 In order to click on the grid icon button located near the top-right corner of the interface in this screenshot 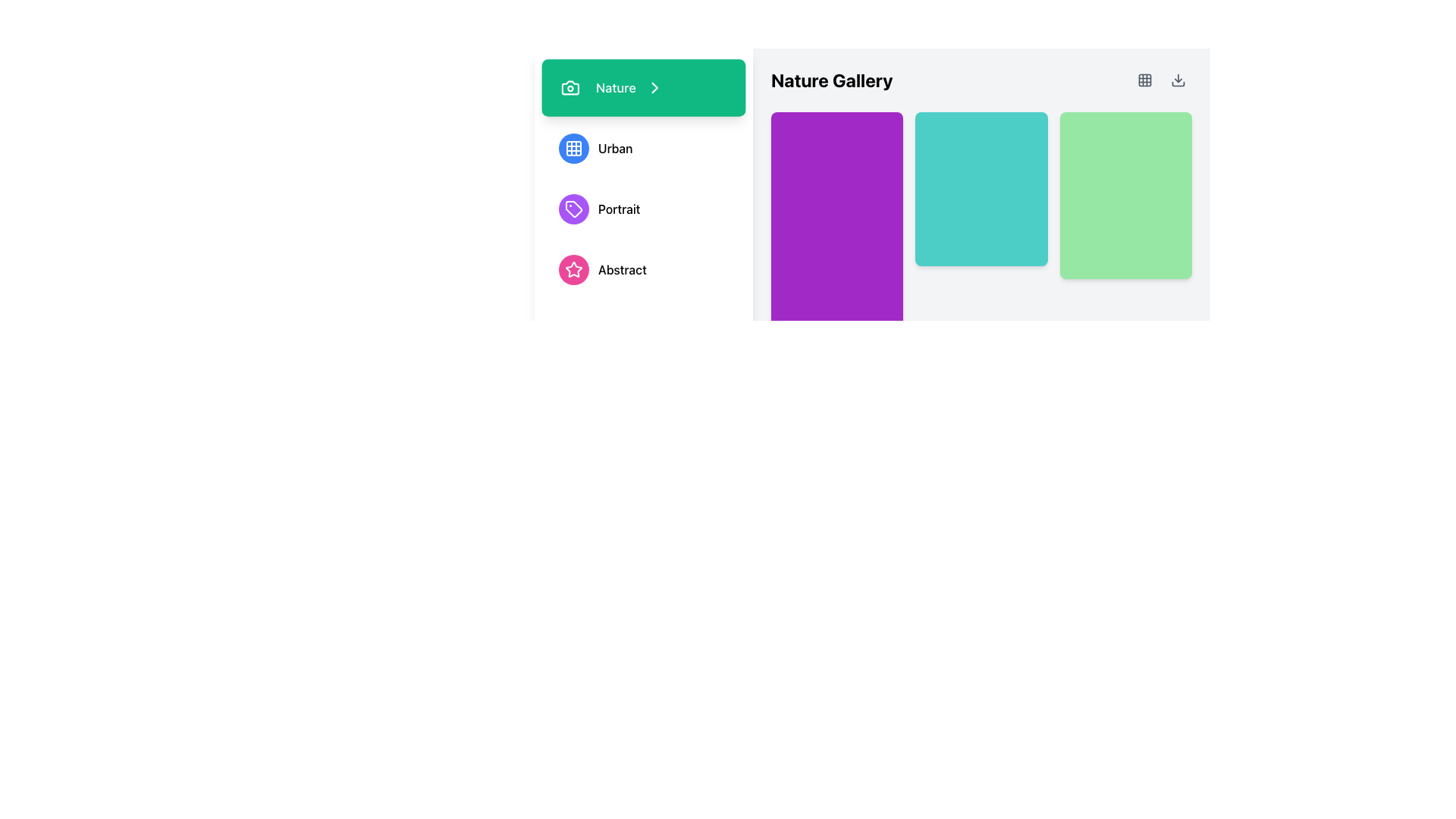, I will do `click(1145, 80)`.